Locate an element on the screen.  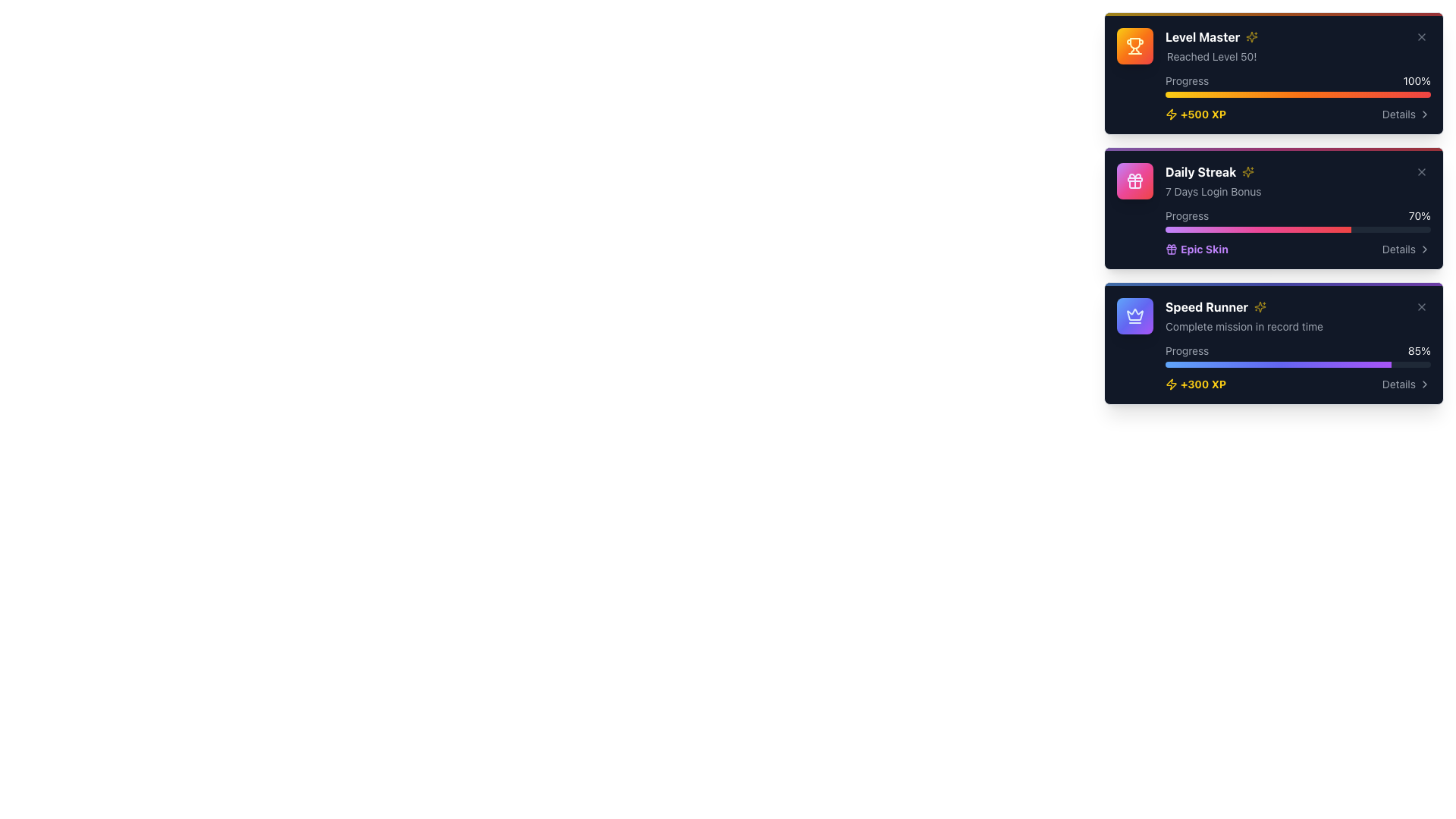
the link or button in the bottom-right corner of the 'Epic Skin' block to observe the color transition is located at coordinates (1405, 248).